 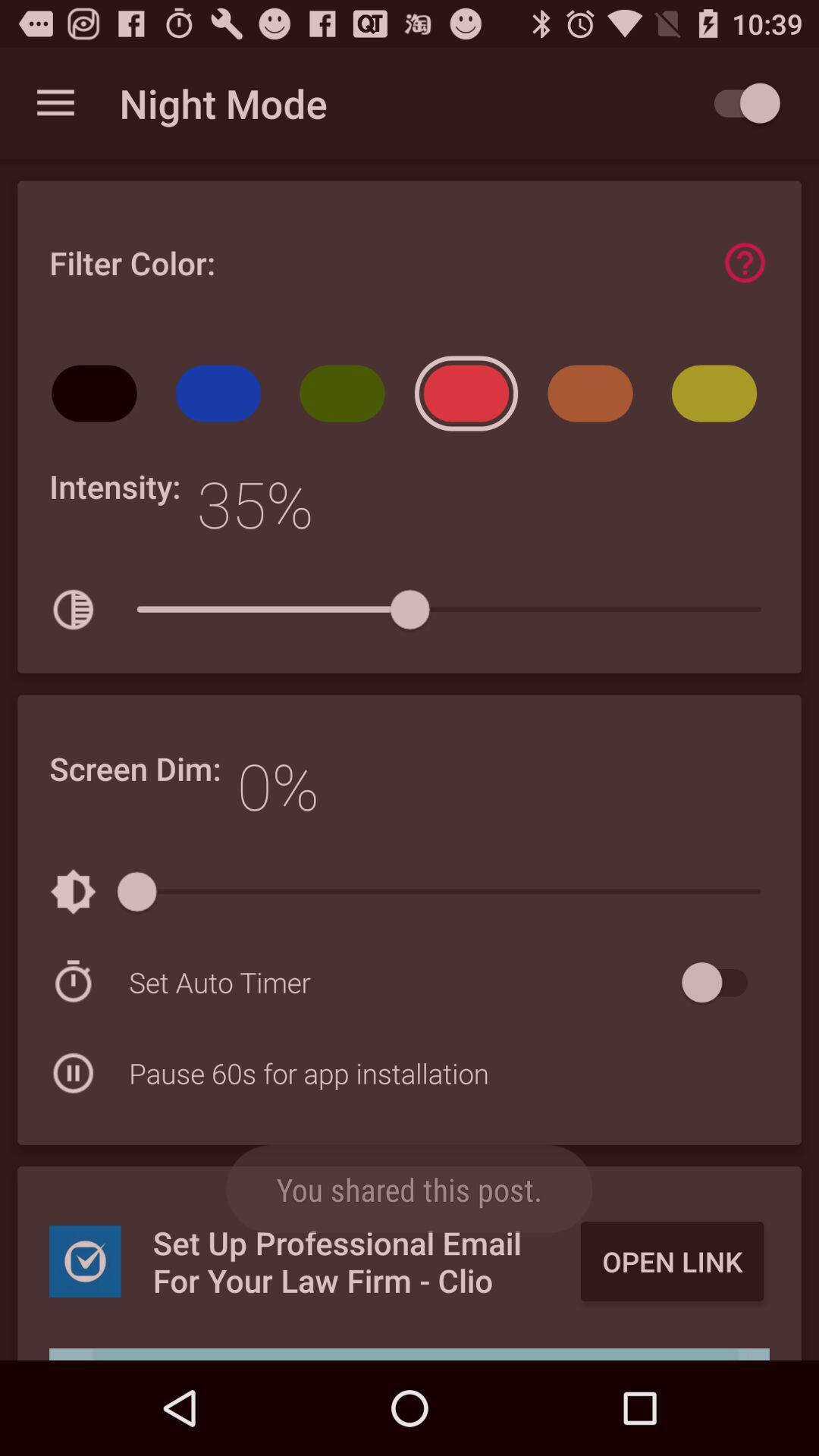 I want to click on increase the volume, so click(x=409, y=1354).